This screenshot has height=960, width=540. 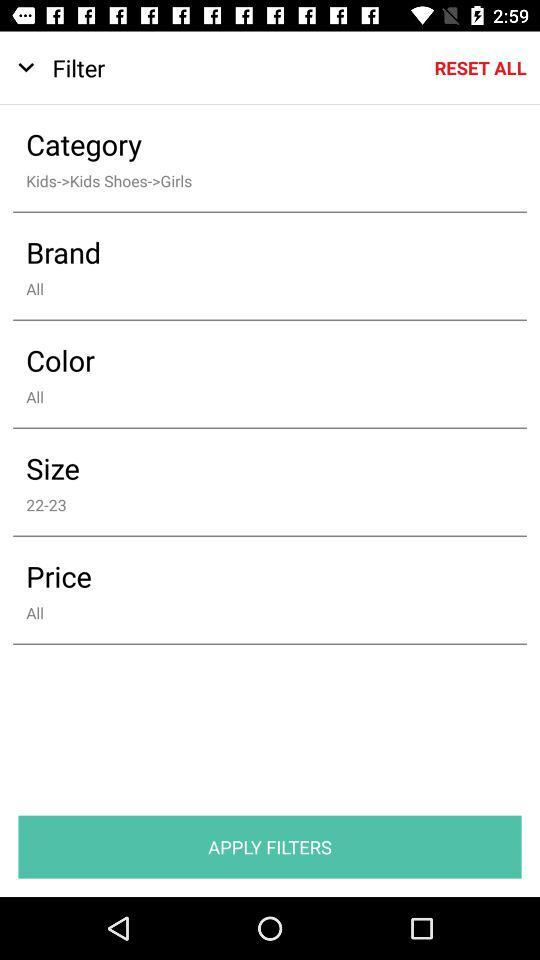 I want to click on the color item, so click(x=256, y=360).